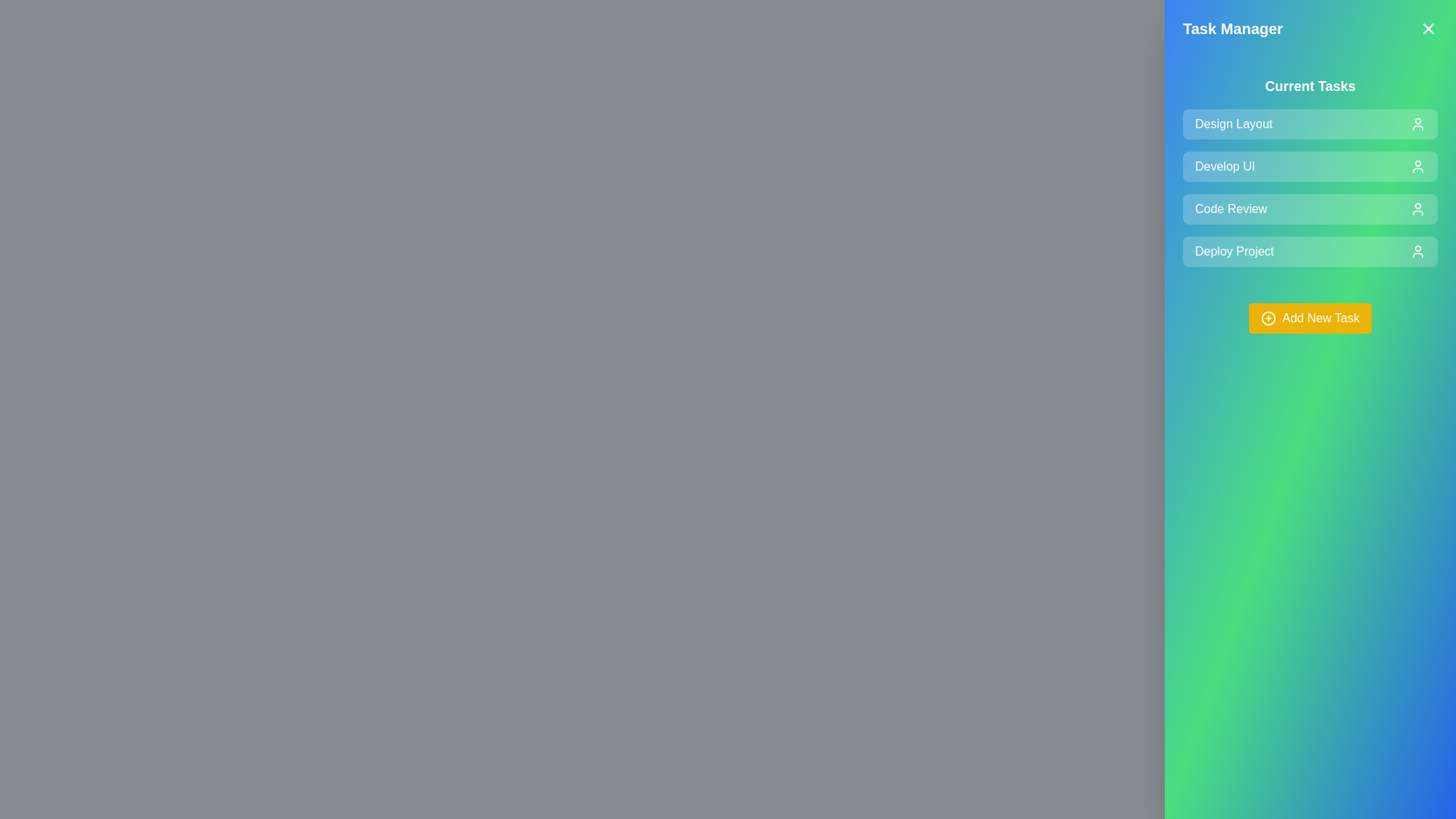  What do you see at coordinates (1232, 29) in the screenshot?
I see `the 'Task Manager' text label displayed in bold white font against a blue and green gradient background, located near the top-left corner of the side panel` at bounding box center [1232, 29].